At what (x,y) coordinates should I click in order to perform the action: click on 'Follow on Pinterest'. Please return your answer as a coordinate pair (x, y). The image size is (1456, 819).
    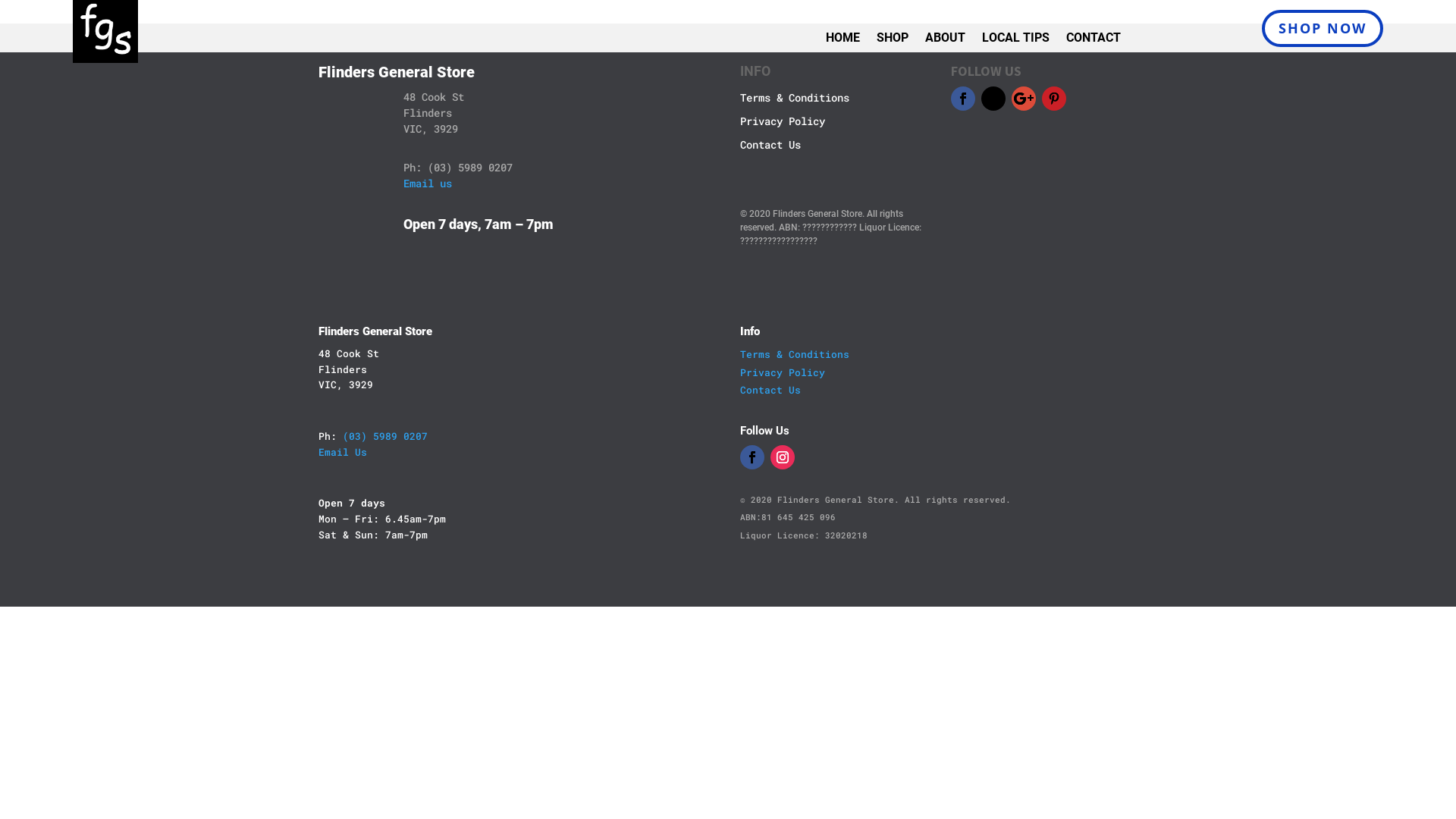
    Looking at the image, I should click on (1053, 99).